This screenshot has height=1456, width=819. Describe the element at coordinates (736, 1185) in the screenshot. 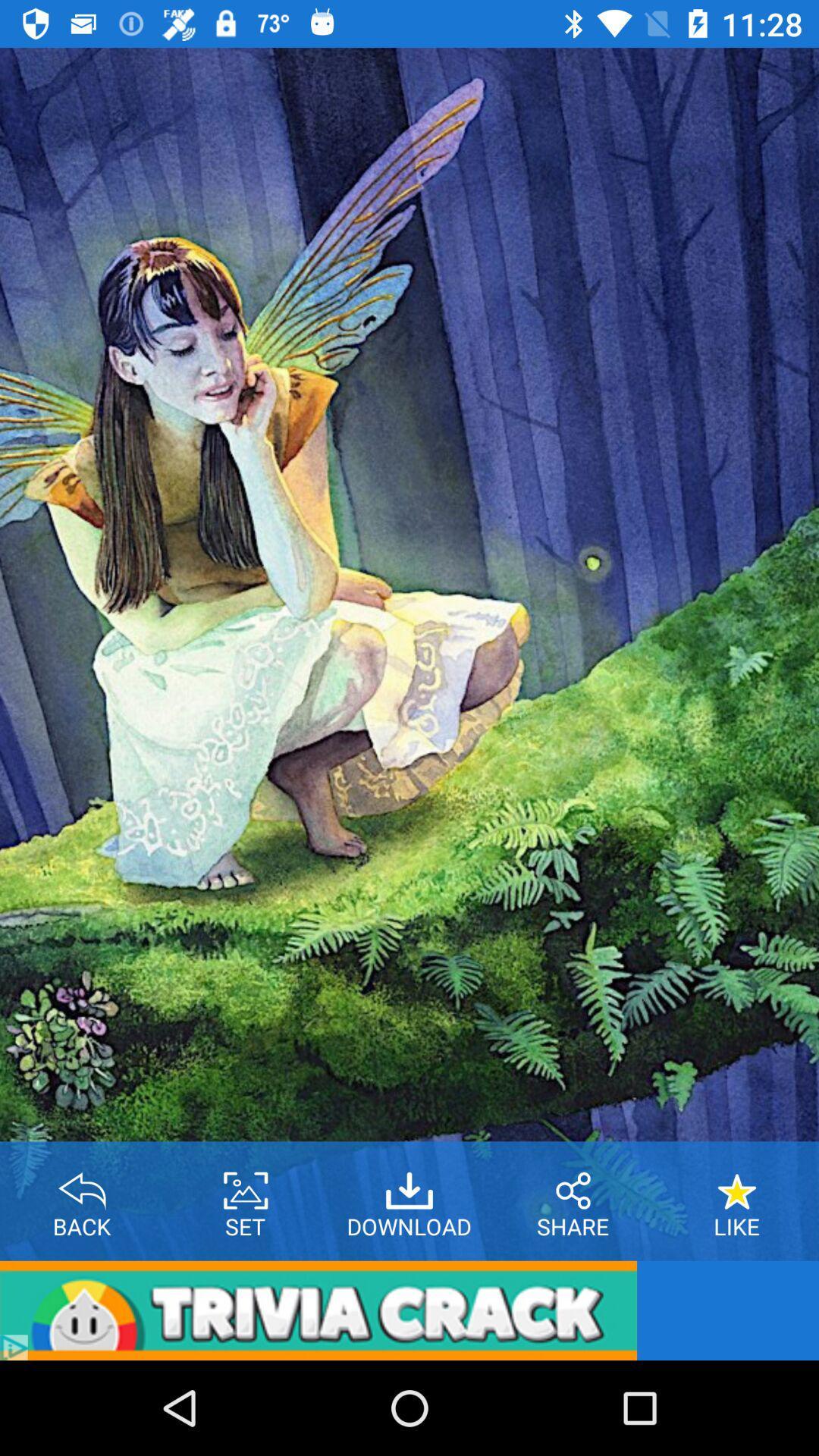

I see `to favorites` at that location.